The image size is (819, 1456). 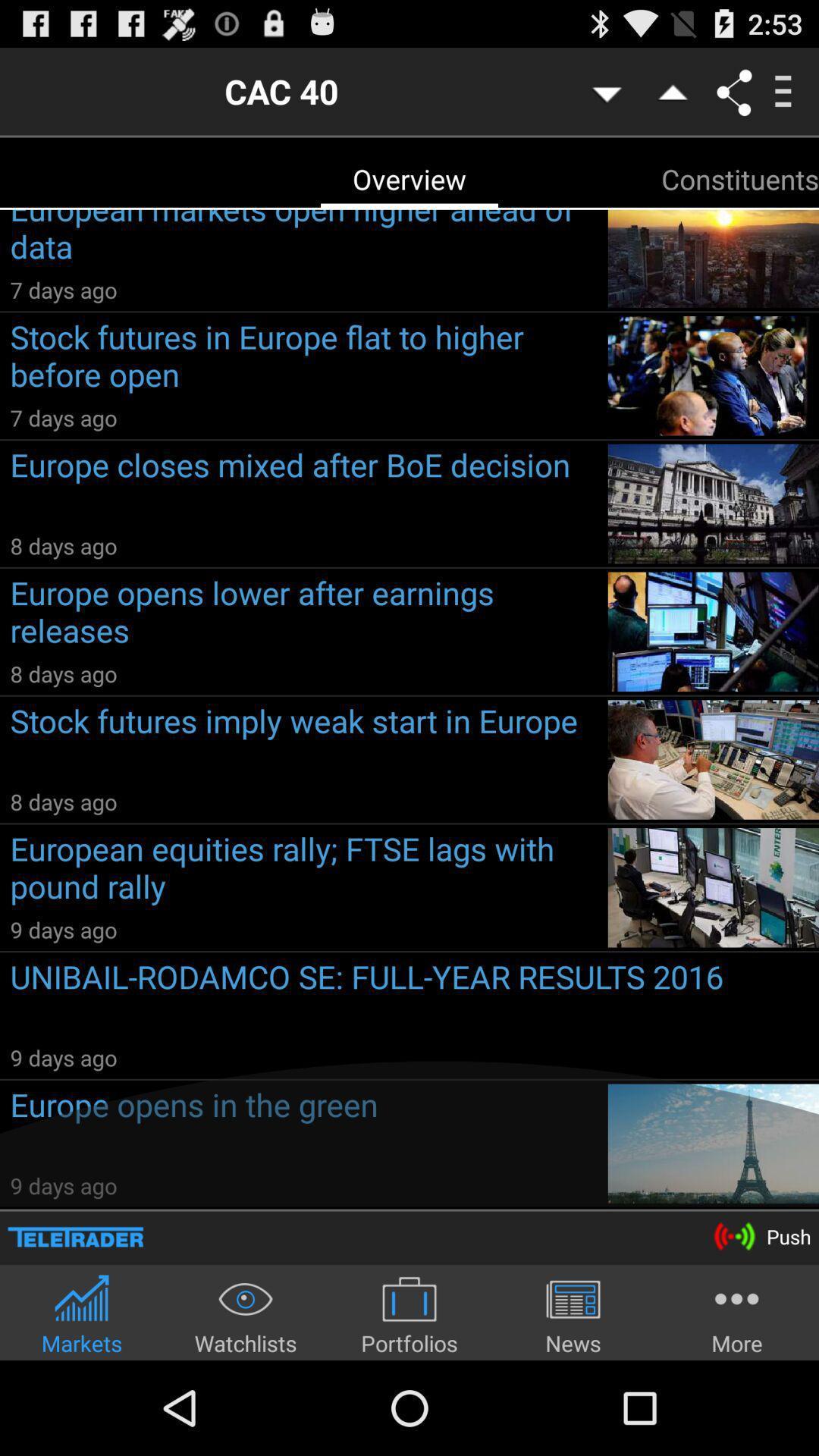 I want to click on the expand_less icon, so click(x=670, y=97).